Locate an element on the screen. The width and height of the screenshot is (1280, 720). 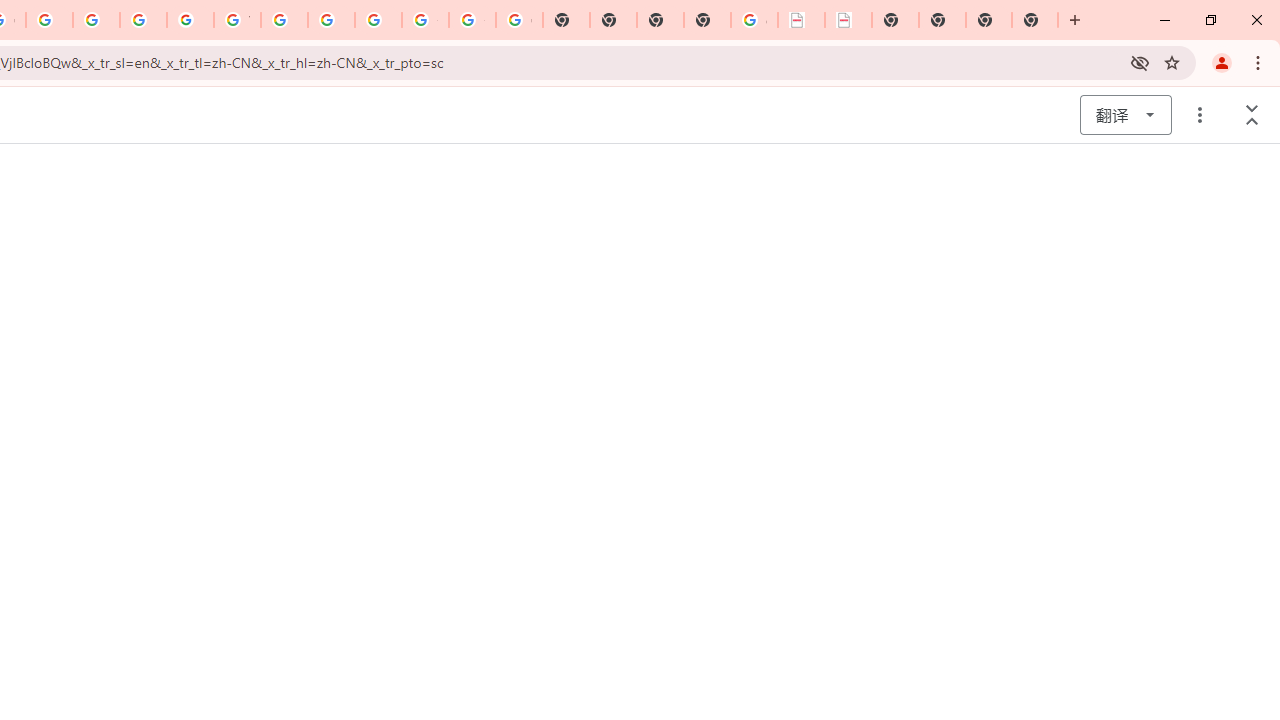
'BAE Systems Brasil | BAE Systems' is located at coordinates (848, 20).